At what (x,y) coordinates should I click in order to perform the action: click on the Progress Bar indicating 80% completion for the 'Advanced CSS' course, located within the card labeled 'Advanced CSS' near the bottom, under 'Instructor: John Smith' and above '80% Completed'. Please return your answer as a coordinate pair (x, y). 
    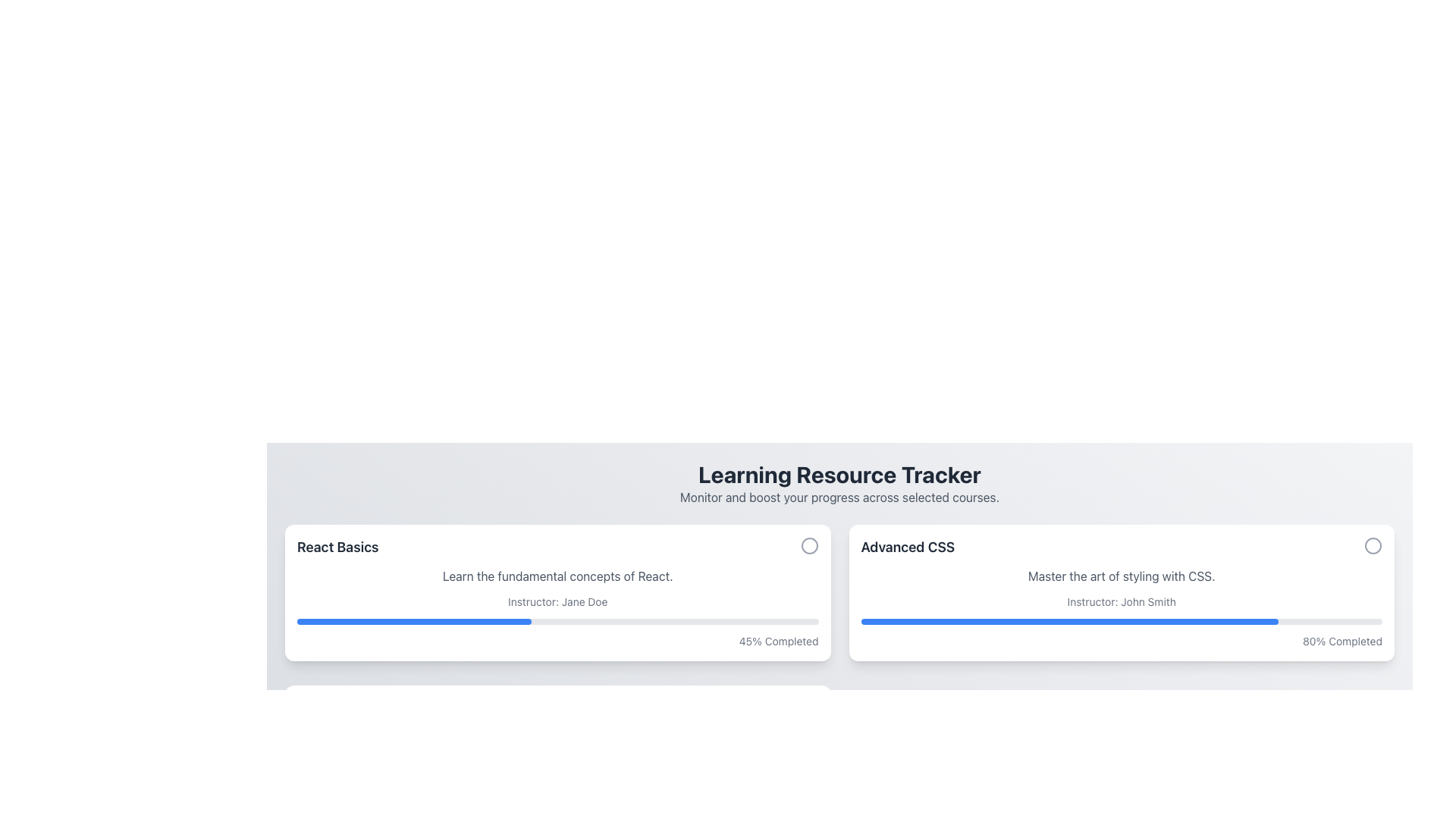
    Looking at the image, I should click on (1122, 622).